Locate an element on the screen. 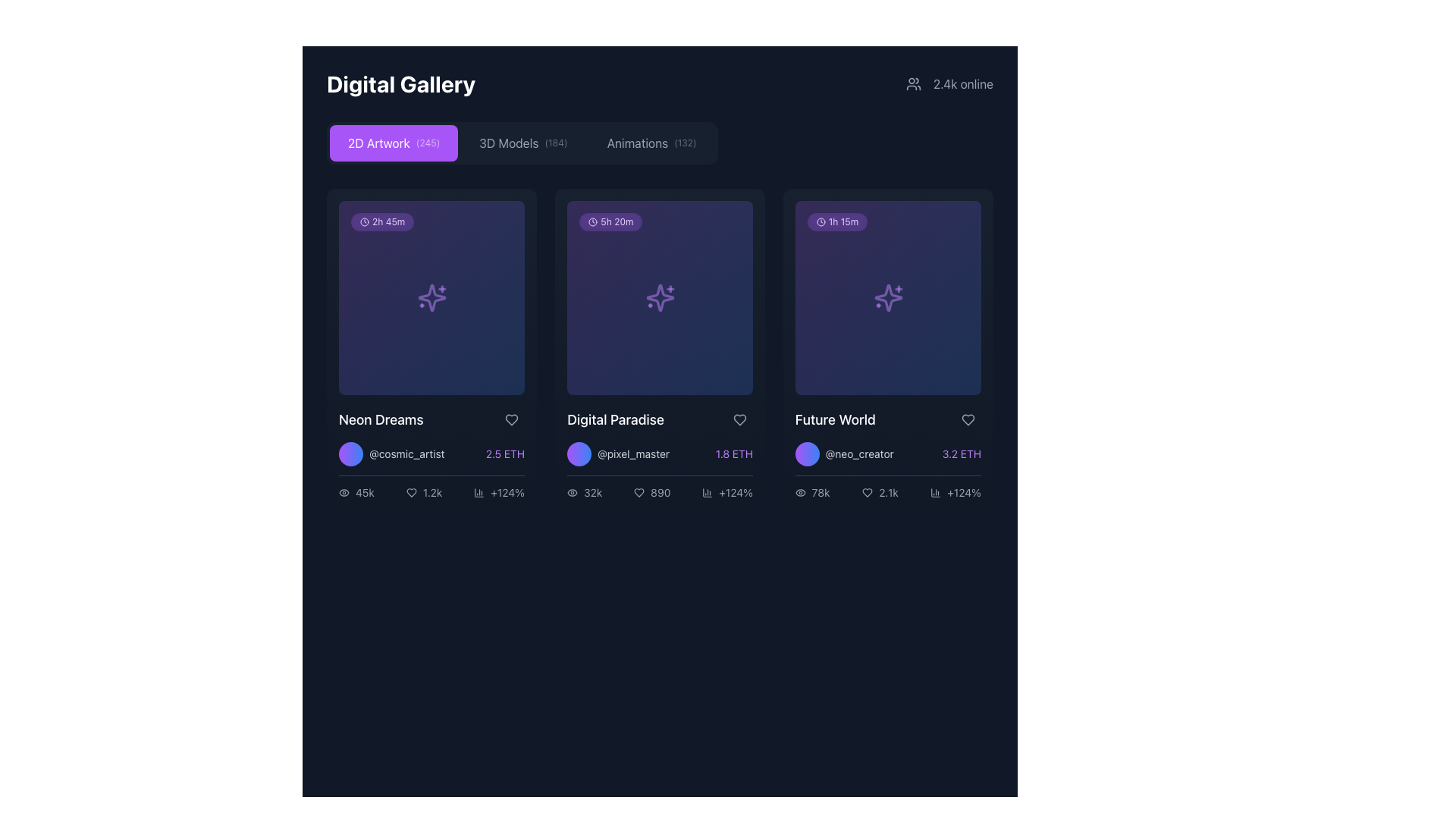 This screenshot has height=819, width=1456. the circular avatar with a gradient fill transitioning from purple to blue, located in the card labeled 'Future World' to the left of the text '@neo_creator' is located at coordinates (807, 453).